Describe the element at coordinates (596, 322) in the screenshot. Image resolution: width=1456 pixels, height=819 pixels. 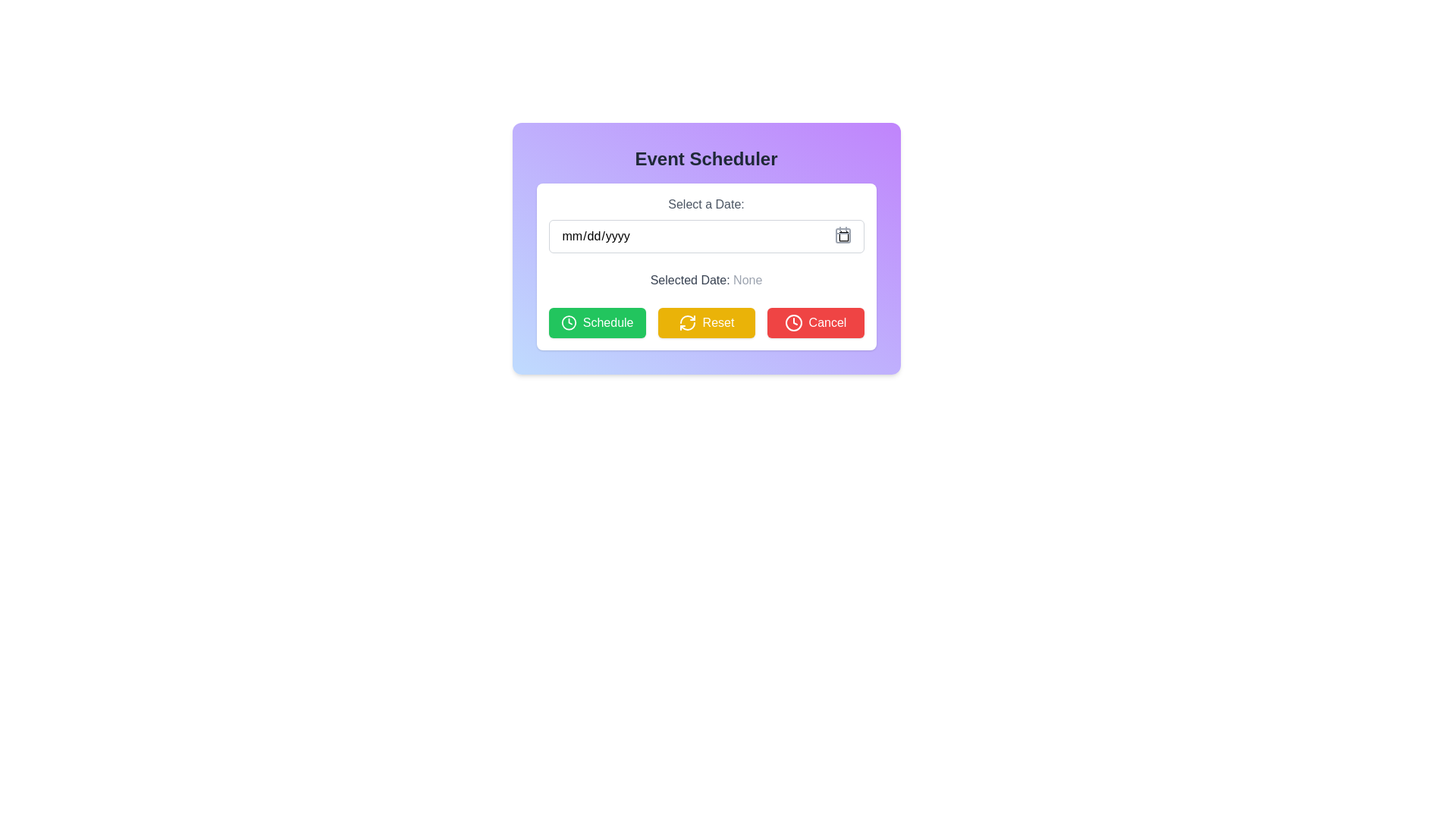
I see `the leftmost button in the grid to finalize the scheduling action for the selected date` at that location.